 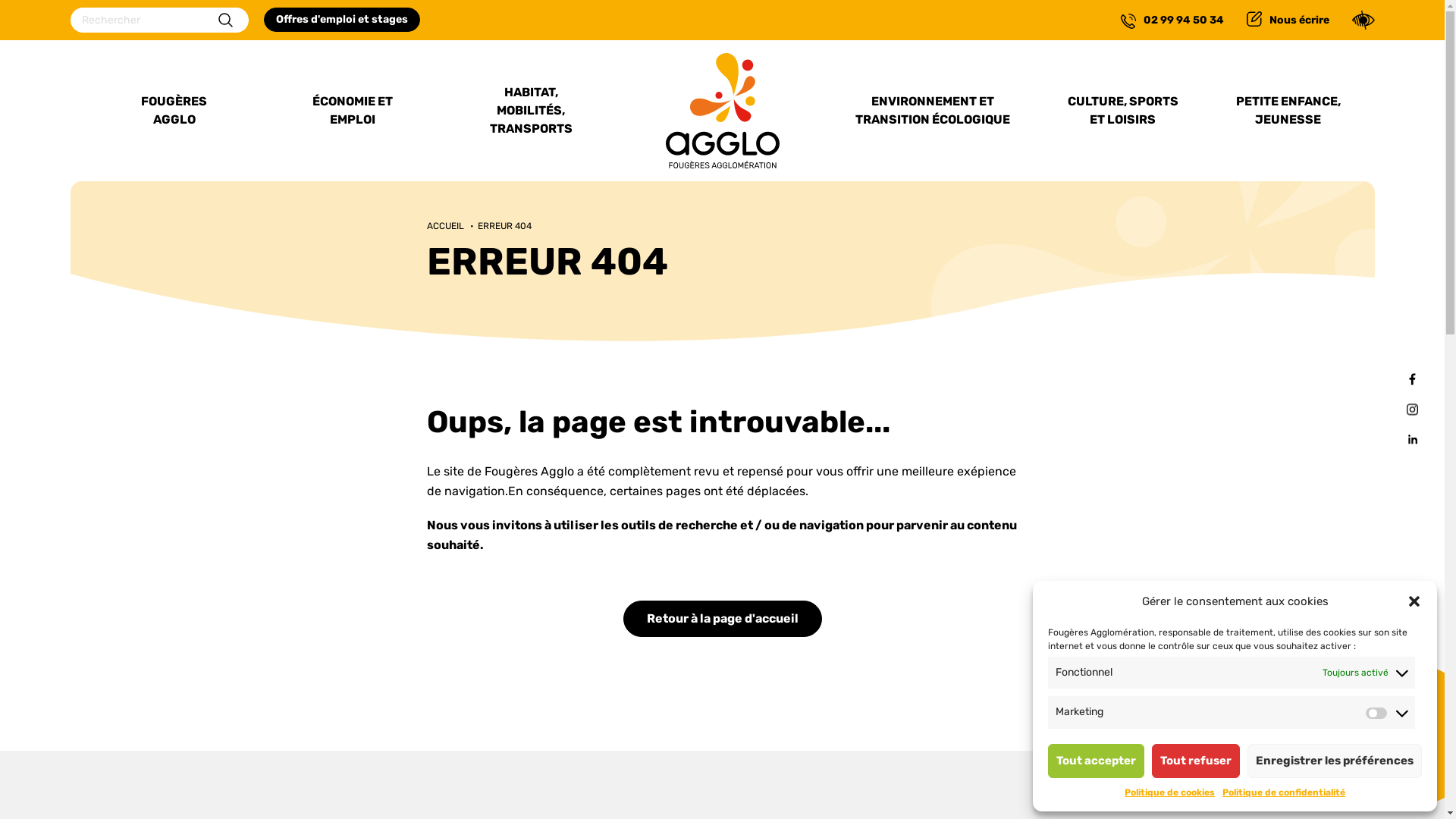 What do you see at coordinates (1169, 792) in the screenshot?
I see `'Politique de cookies'` at bounding box center [1169, 792].